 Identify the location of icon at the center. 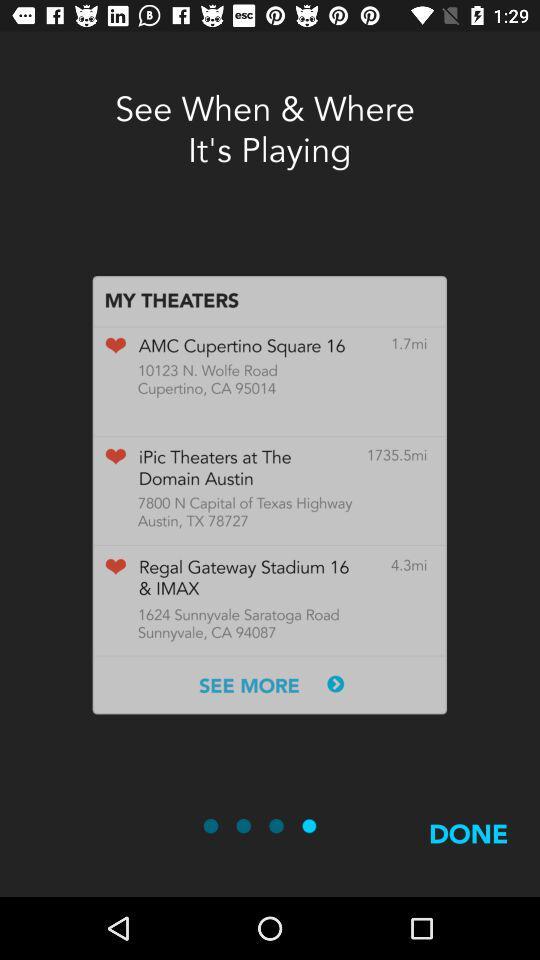
(269, 494).